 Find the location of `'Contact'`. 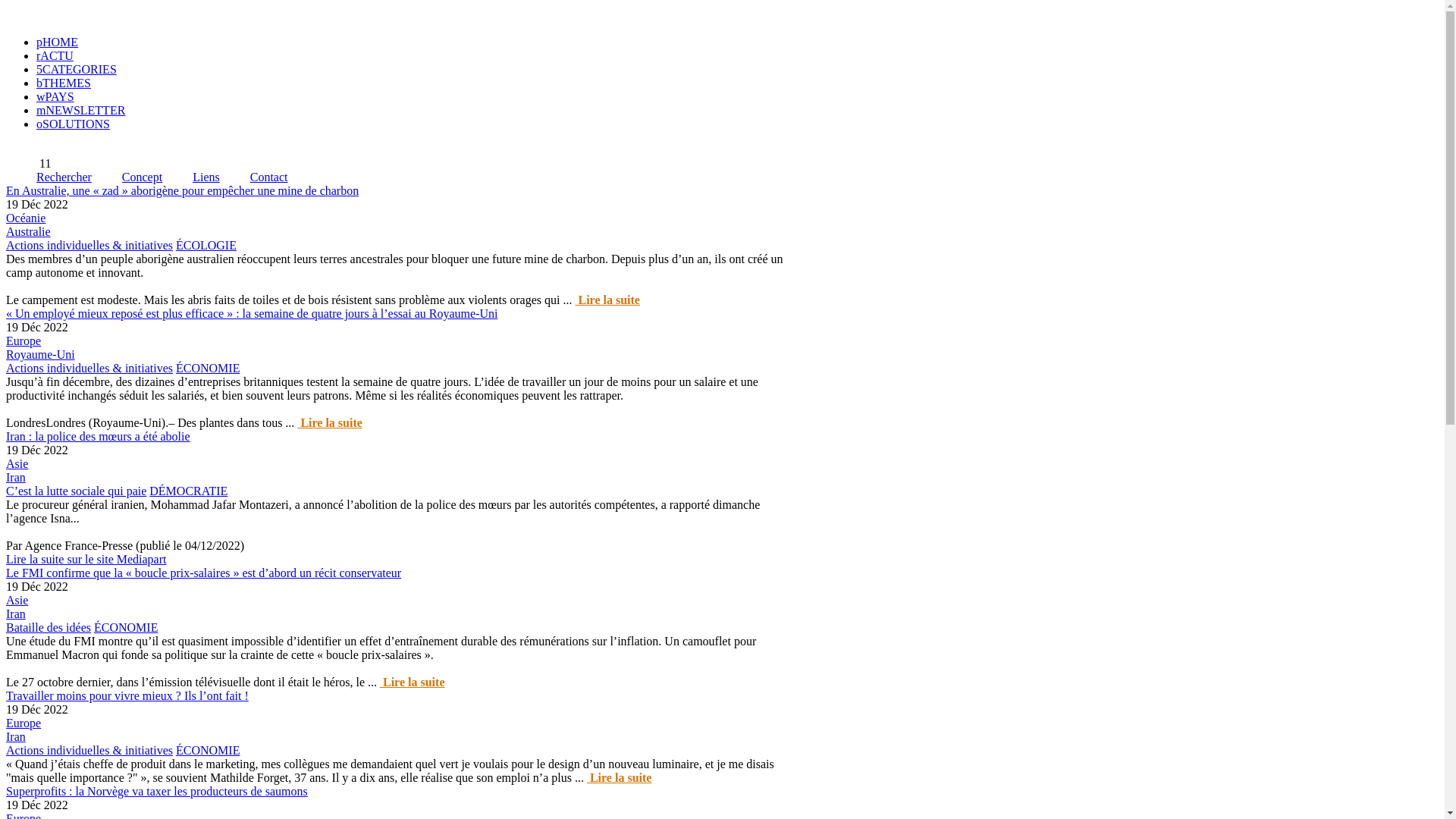

'Contact' is located at coordinates (218, 176).